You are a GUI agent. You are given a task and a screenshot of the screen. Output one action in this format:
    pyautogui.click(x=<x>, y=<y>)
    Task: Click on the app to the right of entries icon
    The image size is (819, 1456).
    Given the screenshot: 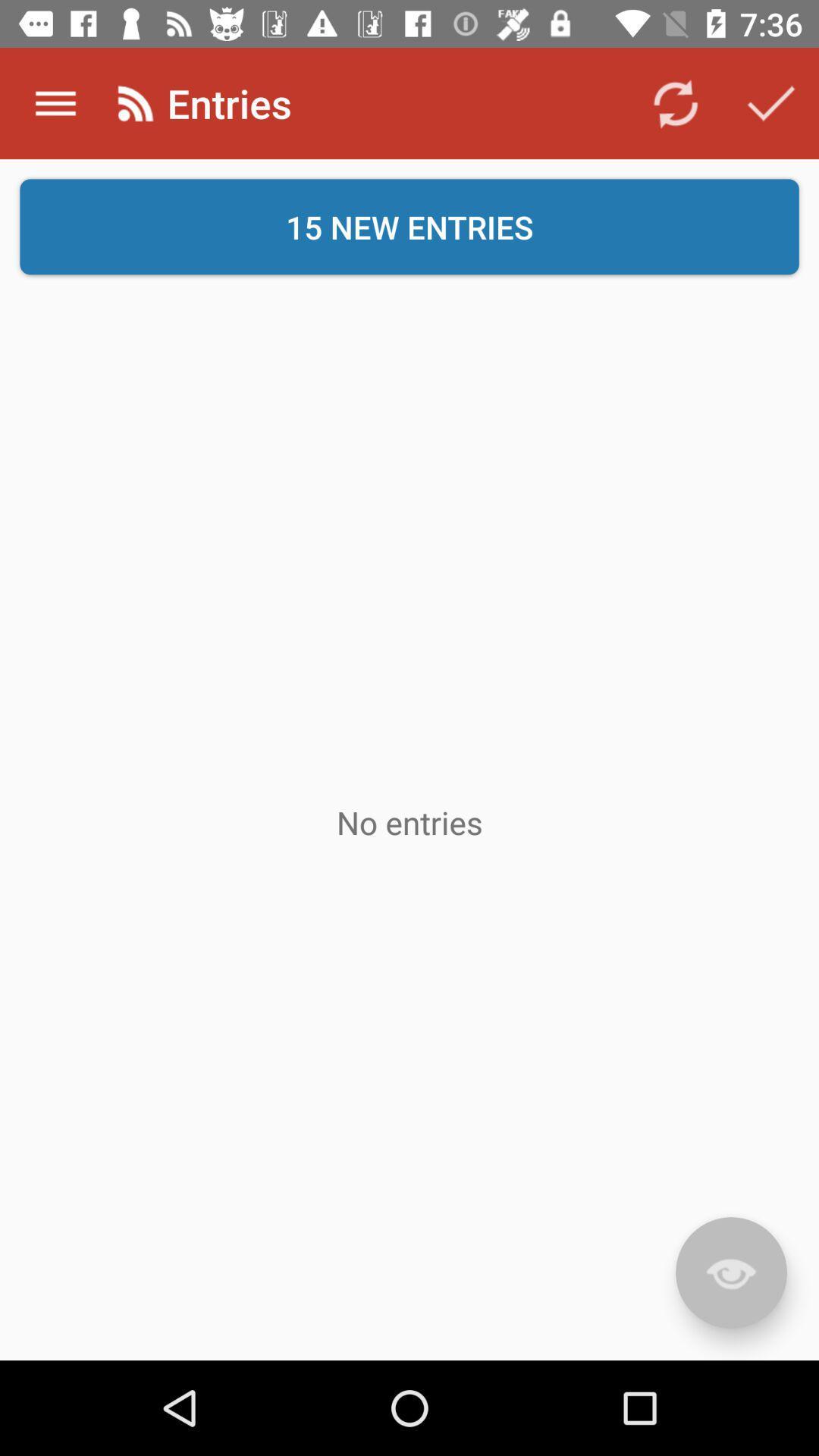 What is the action you would take?
    pyautogui.click(x=675, y=102)
    